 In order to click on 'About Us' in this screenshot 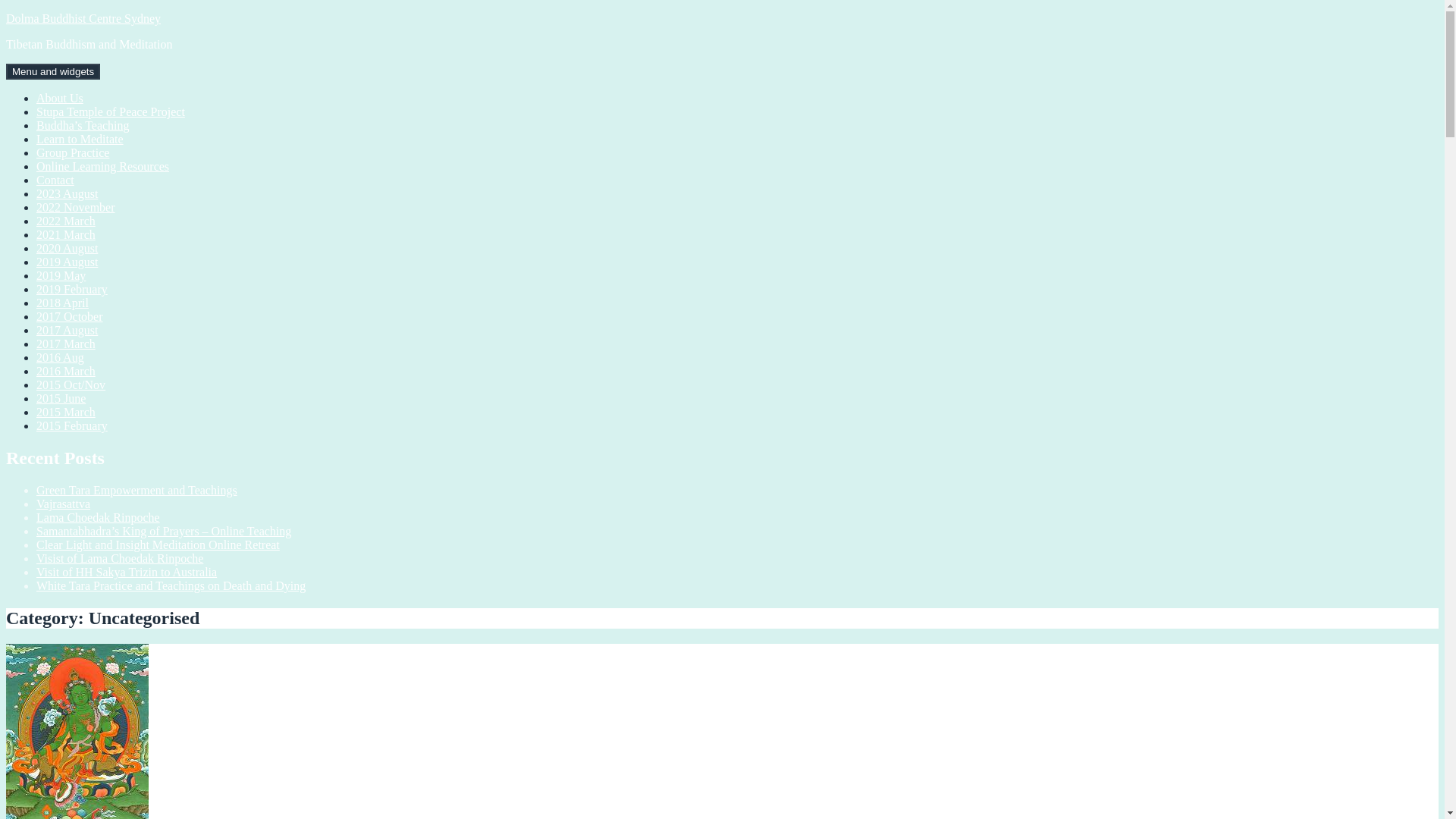, I will do `click(59, 98)`.